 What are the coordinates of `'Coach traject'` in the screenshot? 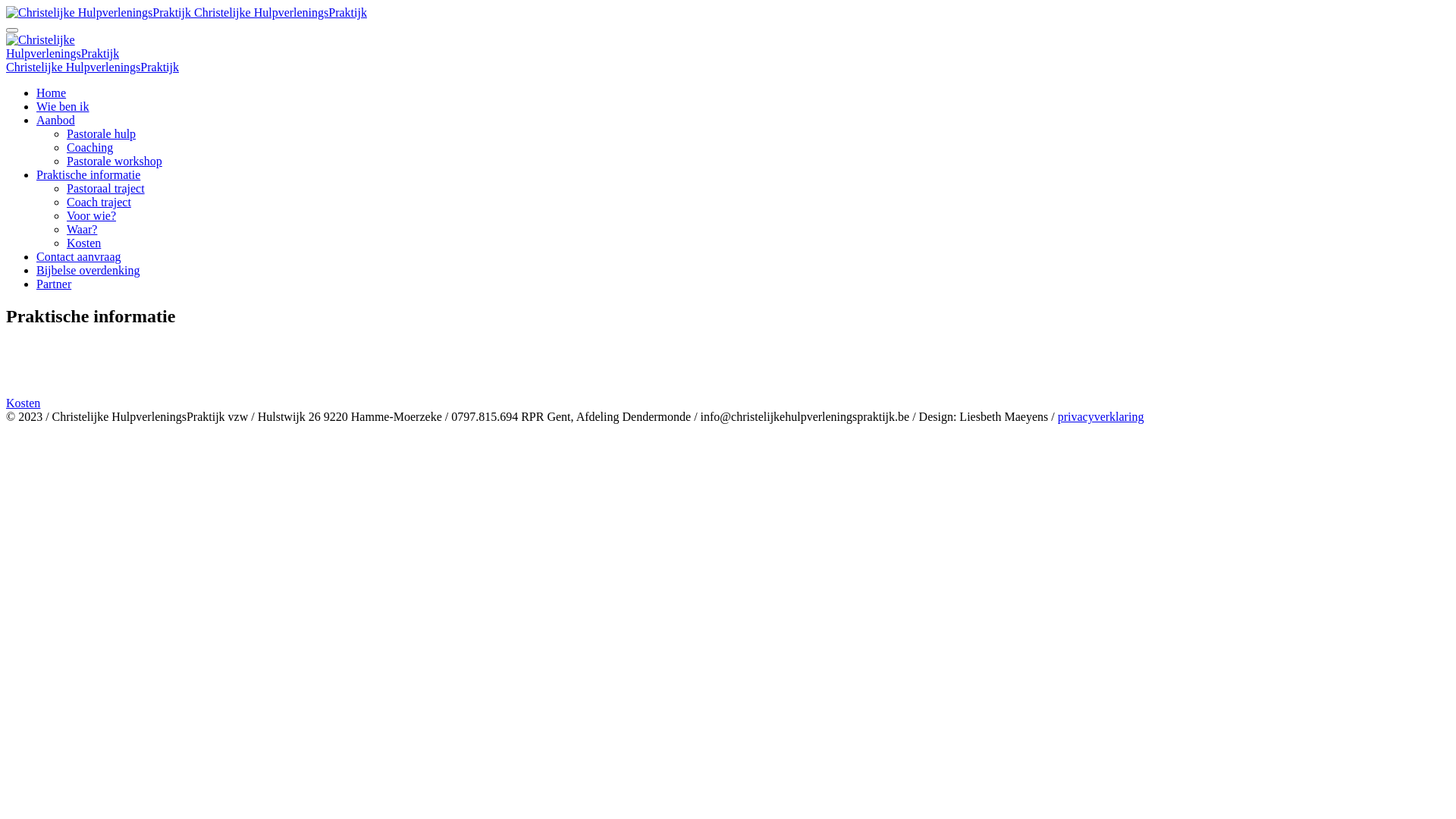 It's located at (65, 201).